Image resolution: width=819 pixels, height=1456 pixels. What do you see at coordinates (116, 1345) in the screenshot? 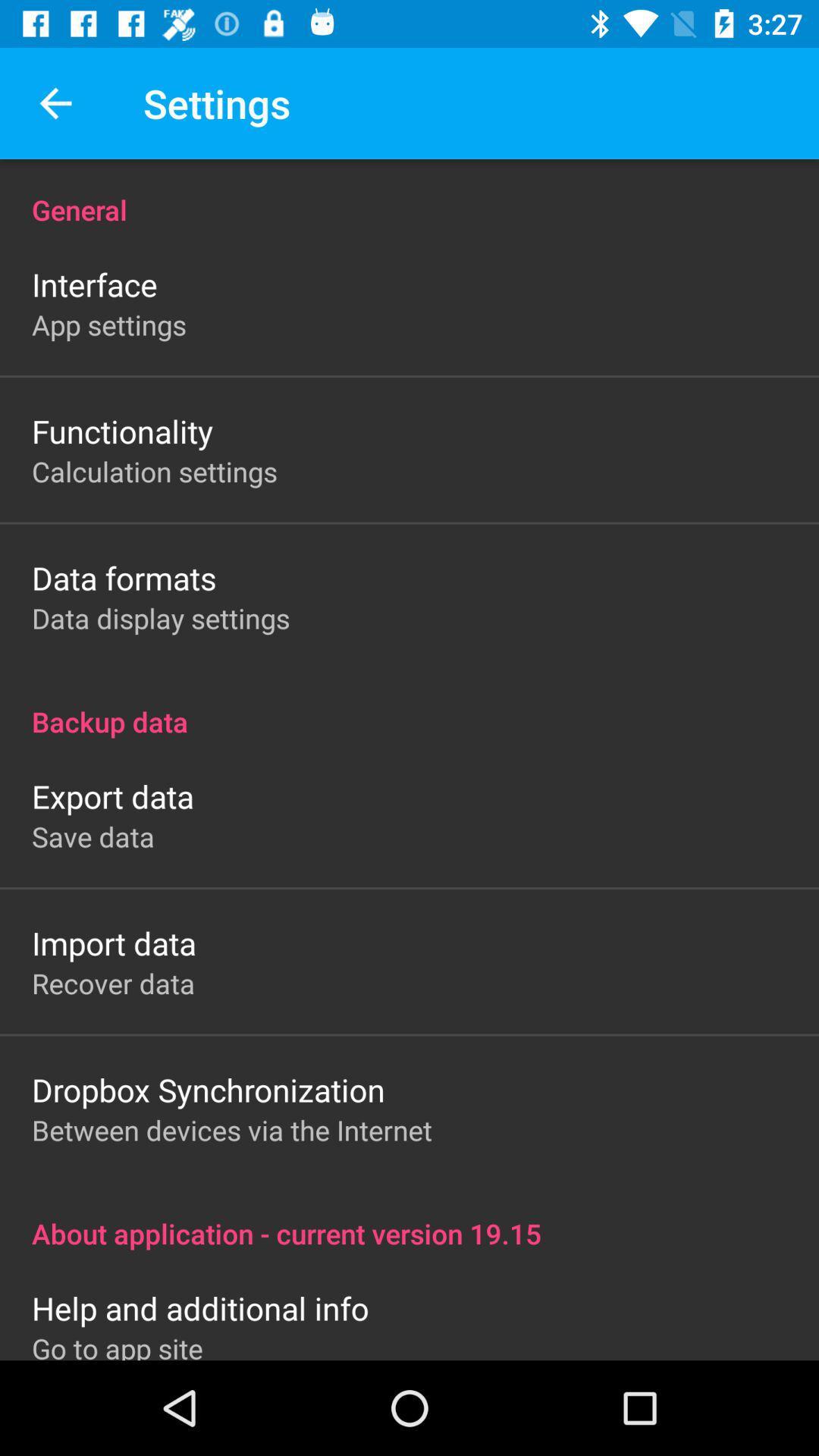
I see `the go to app item` at bounding box center [116, 1345].